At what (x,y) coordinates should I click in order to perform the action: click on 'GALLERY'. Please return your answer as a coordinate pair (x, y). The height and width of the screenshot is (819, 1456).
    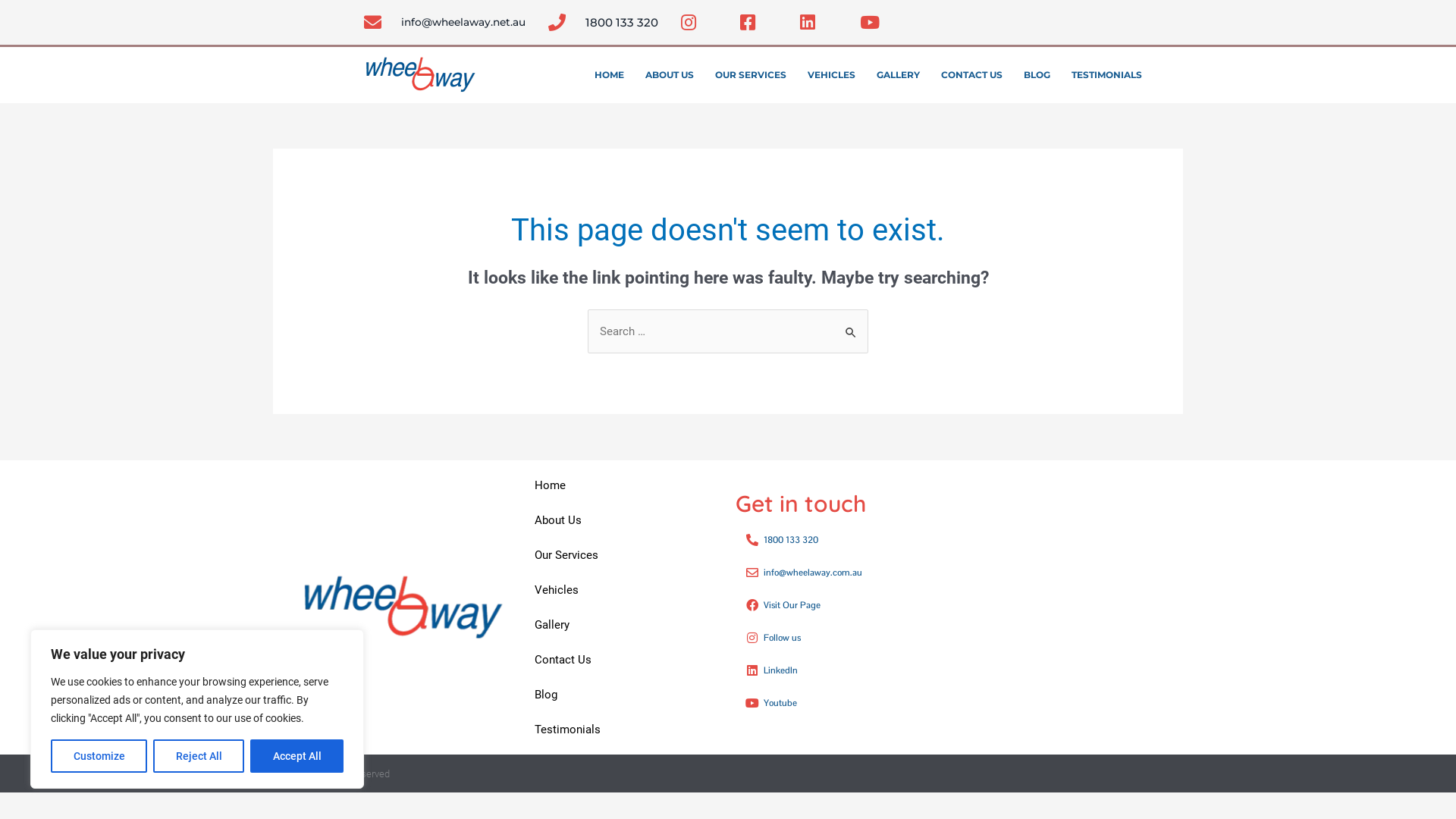
    Looking at the image, I should click on (898, 75).